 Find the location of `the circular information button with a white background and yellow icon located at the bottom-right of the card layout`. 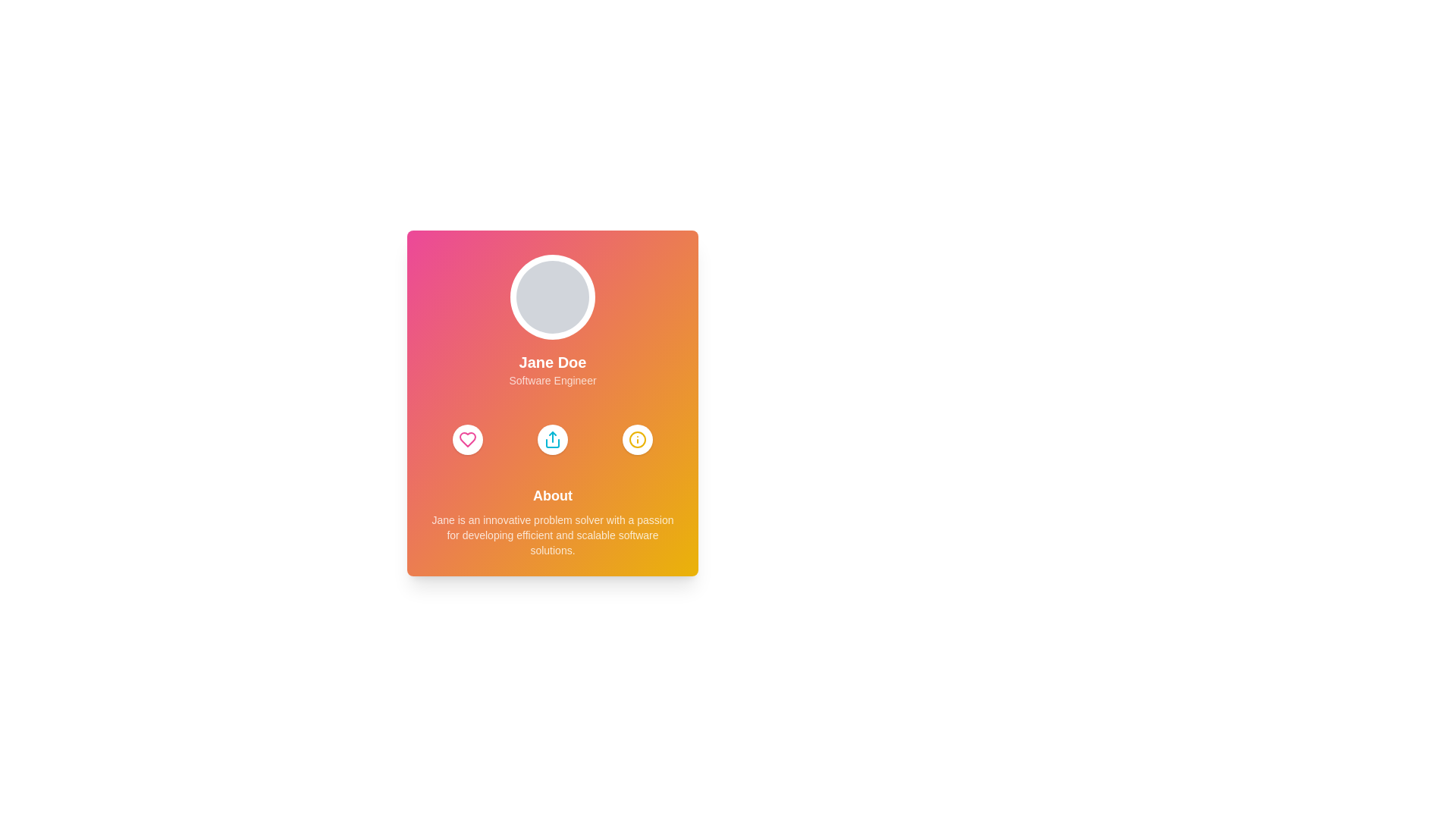

the circular information button with a white background and yellow icon located at the bottom-right of the card layout is located at coordinates (637, 439).